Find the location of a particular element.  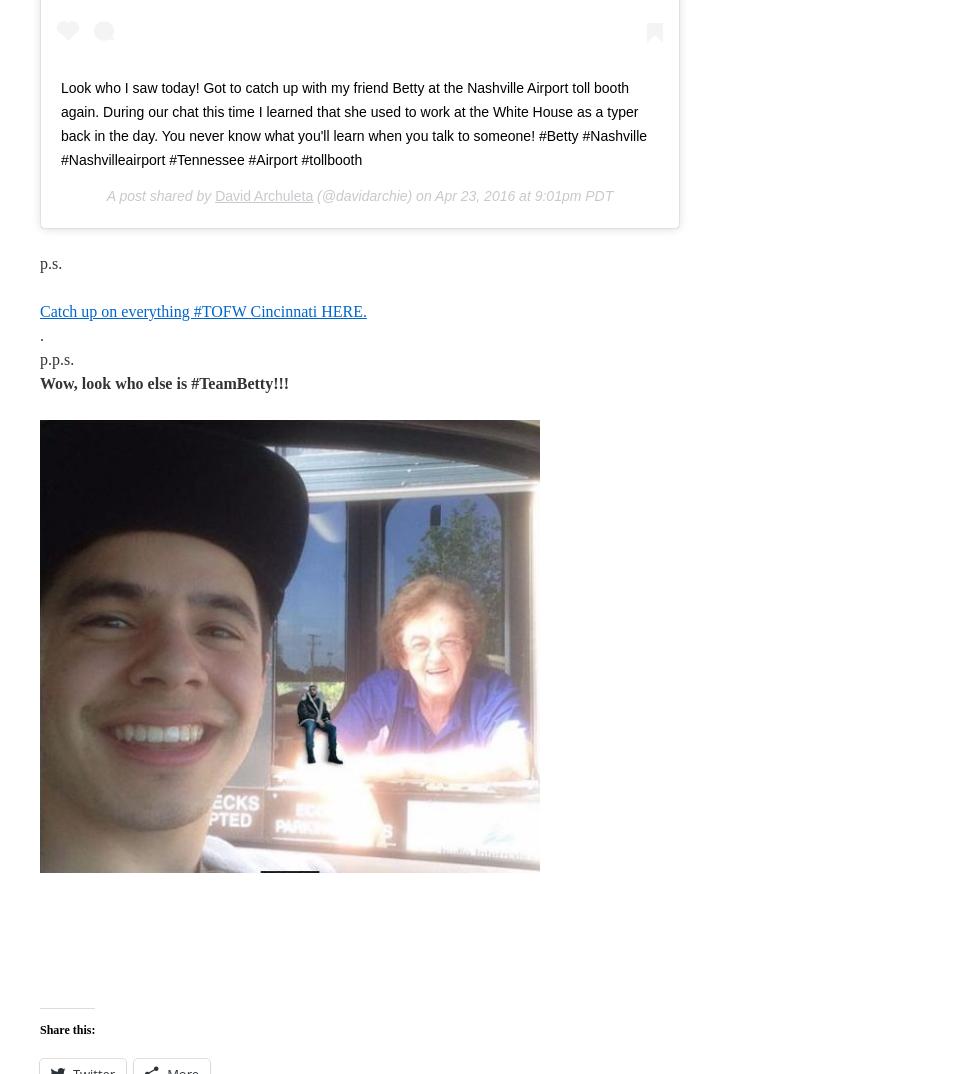

'Share this:' is located at coordinates (67, 1028).